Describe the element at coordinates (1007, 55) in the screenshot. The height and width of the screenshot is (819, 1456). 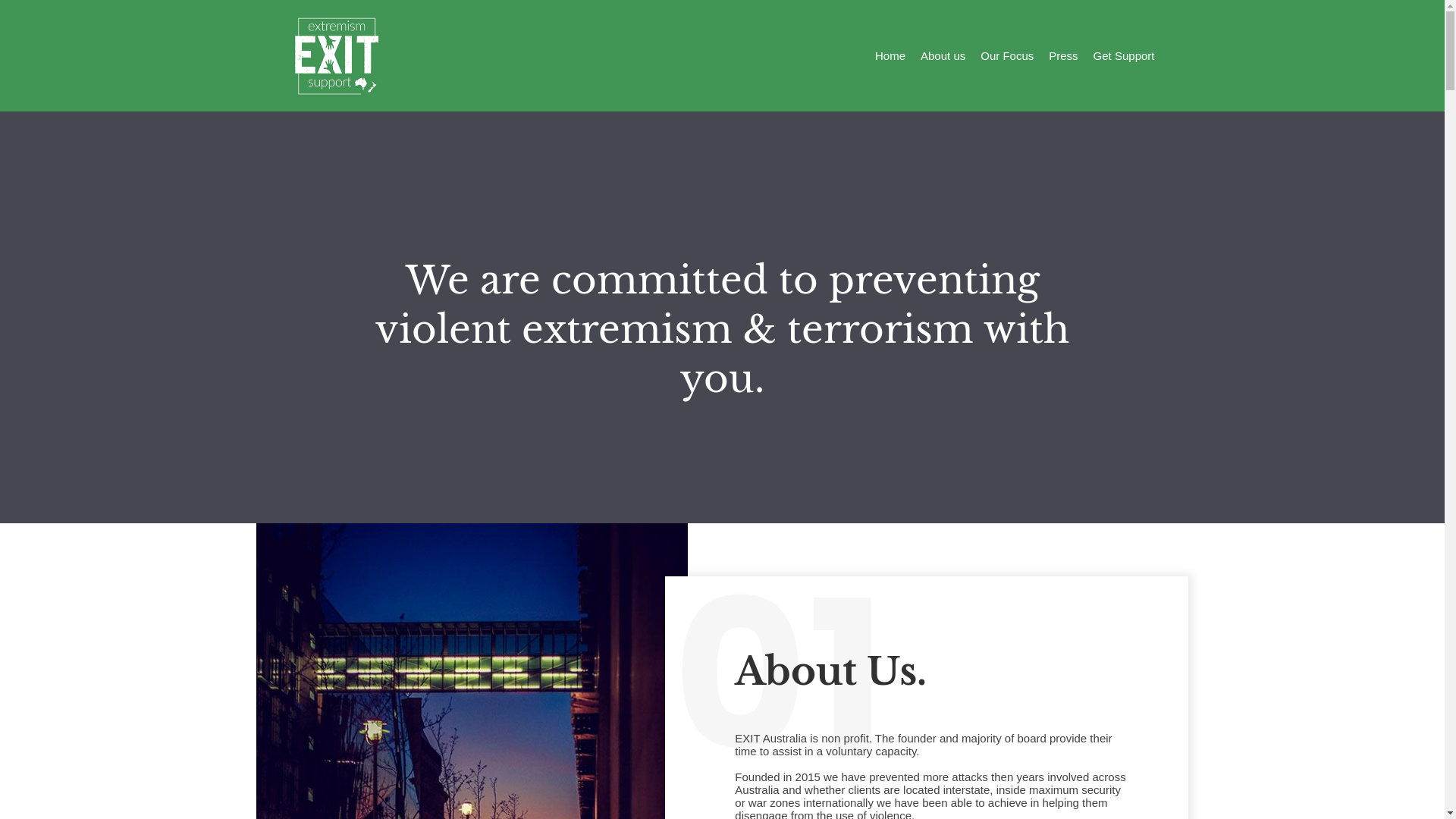
I see `'Our Focus'` at that location.